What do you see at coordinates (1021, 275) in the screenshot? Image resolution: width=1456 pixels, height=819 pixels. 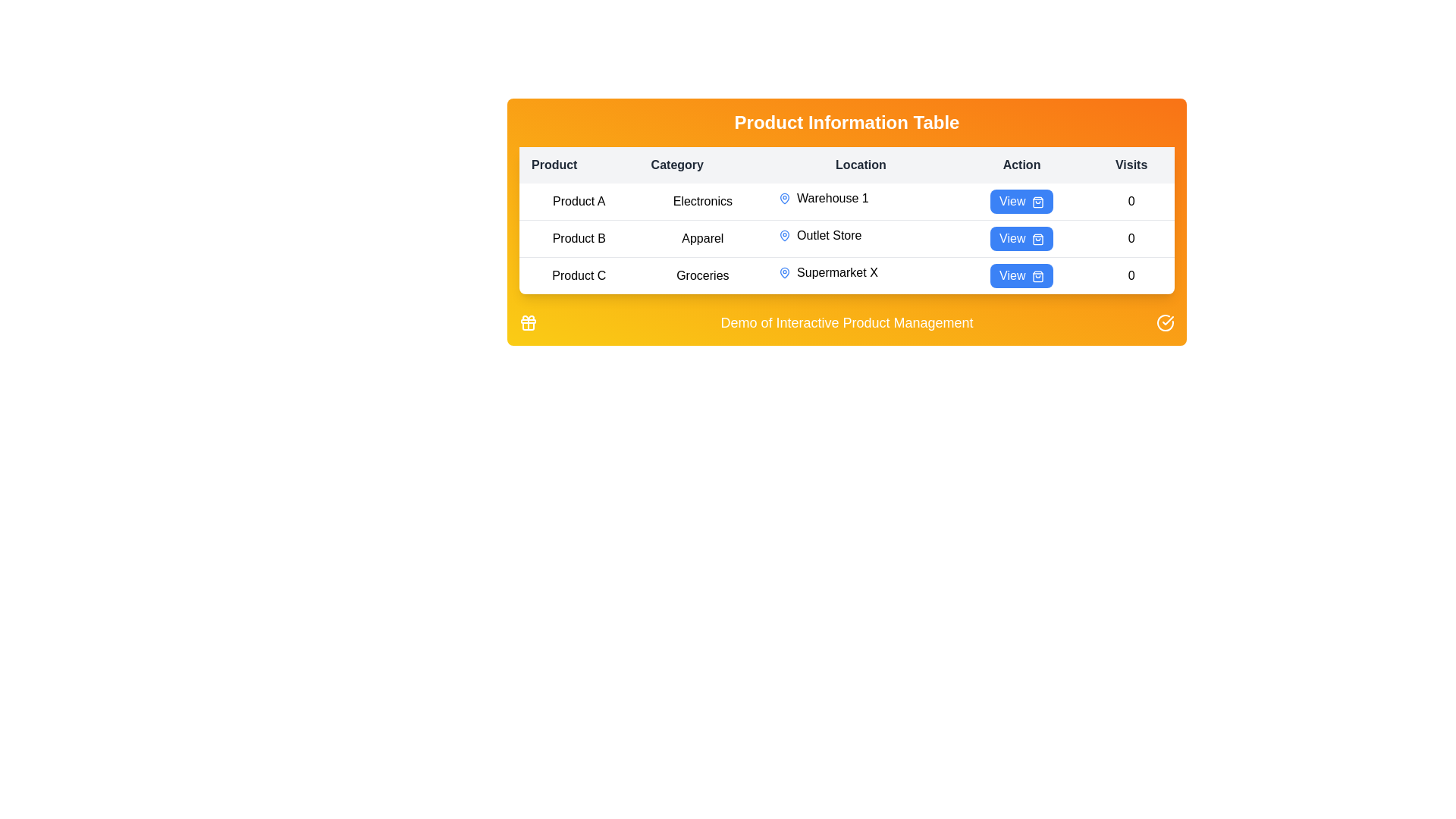 I see `the 'View' button with a bright blue background and white text located in the action column of the table's third row for 'Product C'` at bounding box center [1021, 275].